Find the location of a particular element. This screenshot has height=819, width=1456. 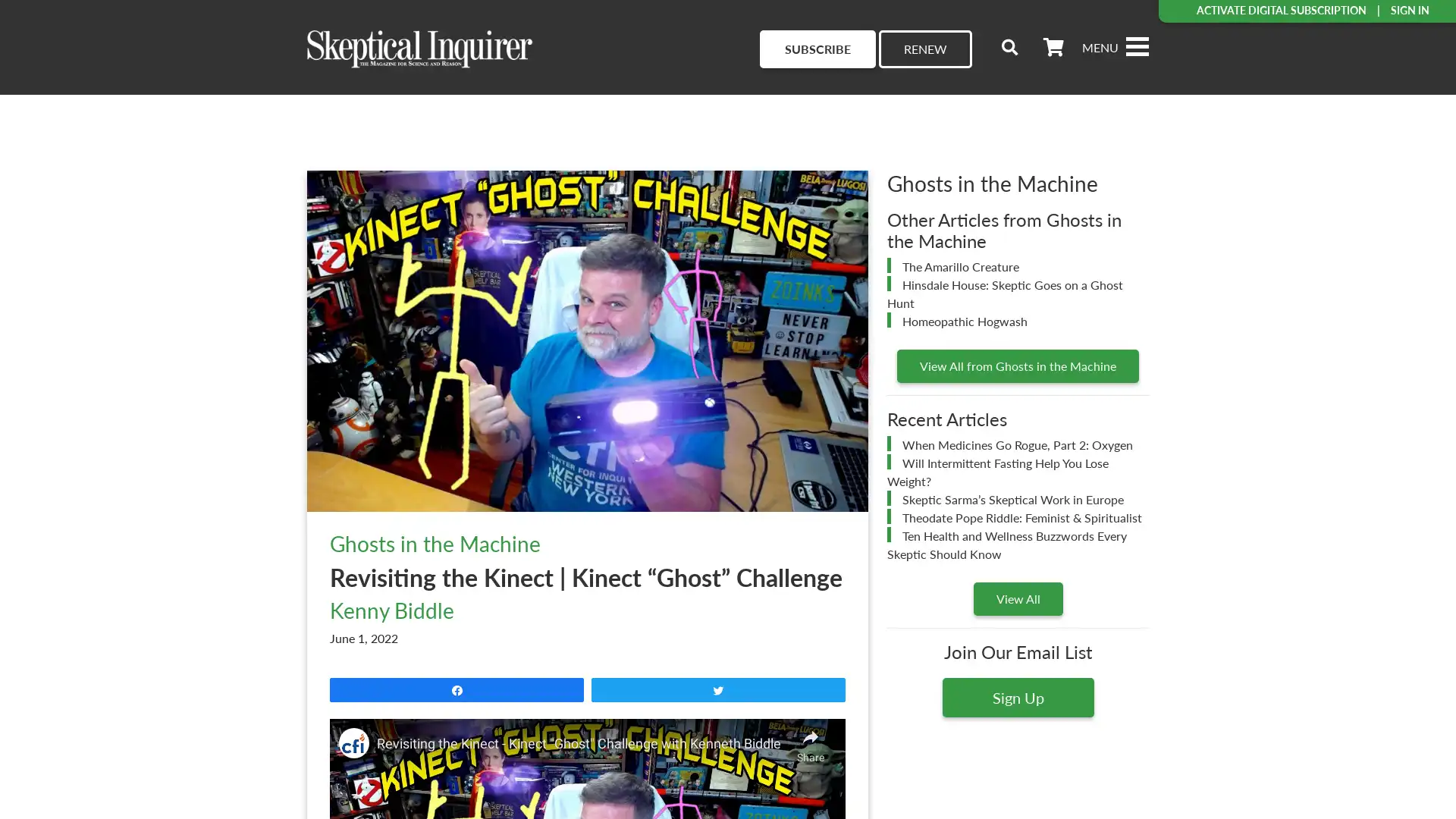

View All is located at coordinates (1018, 598).